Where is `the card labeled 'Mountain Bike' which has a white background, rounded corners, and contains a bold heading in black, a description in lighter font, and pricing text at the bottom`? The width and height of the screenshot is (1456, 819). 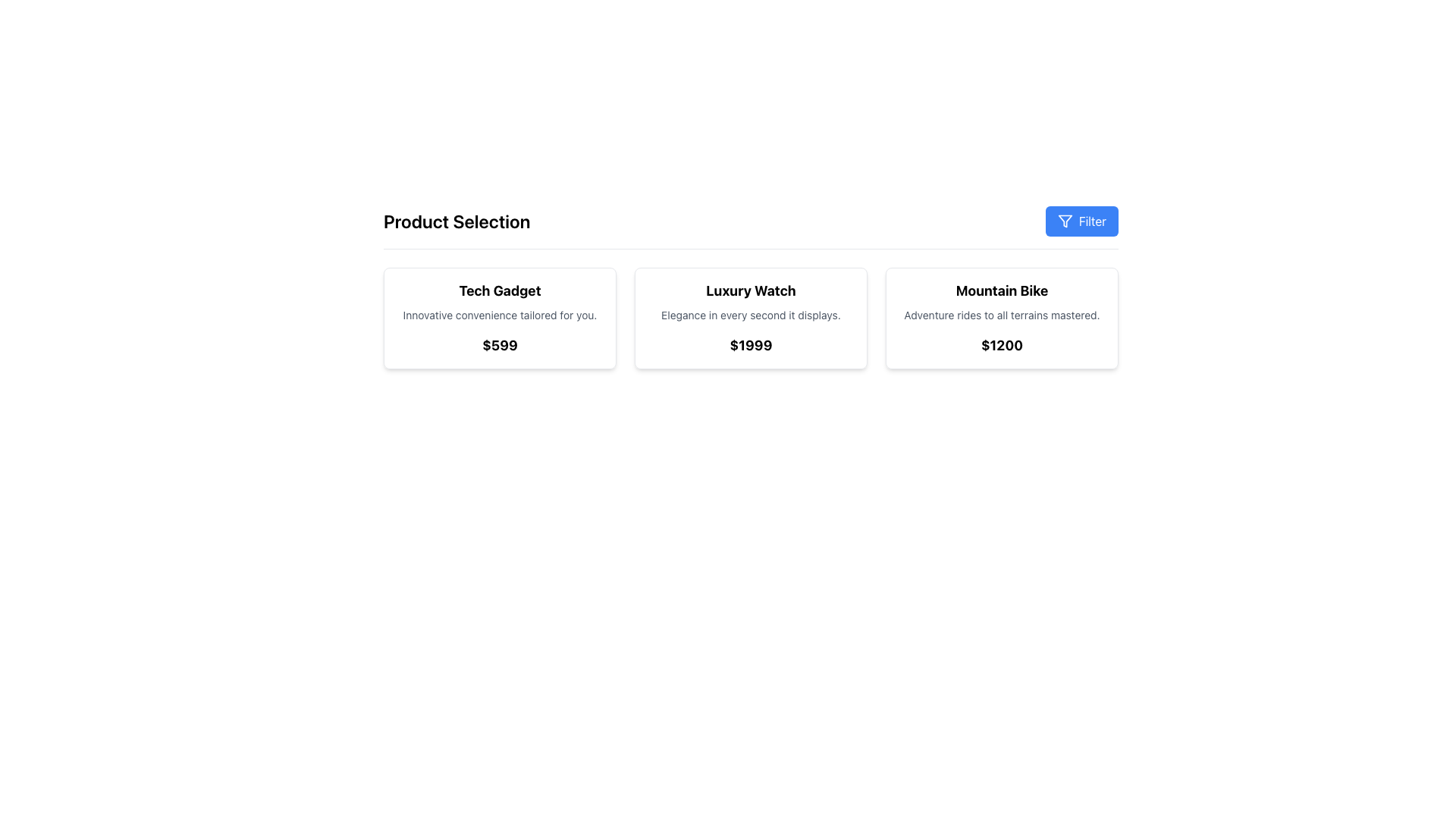 the card labeled 'Mountain Bike' which has a white background, rounded corners, and contains a bold heading in black, a description in lighter font, and pricing text at the bottom is located at coordinates (1002, 318).